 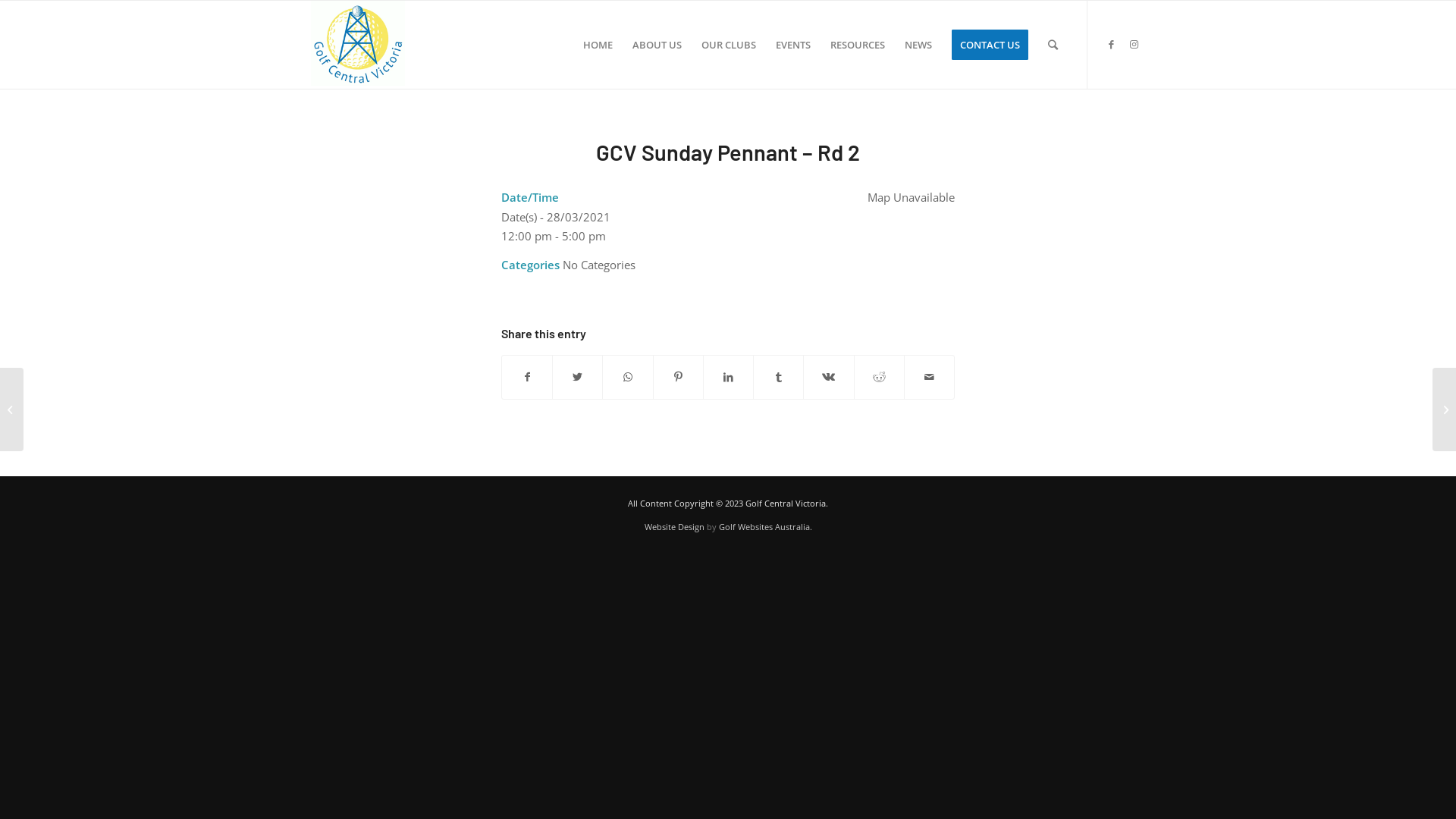 I want to click on 'RESOURCES', so click(x=858, y=43).